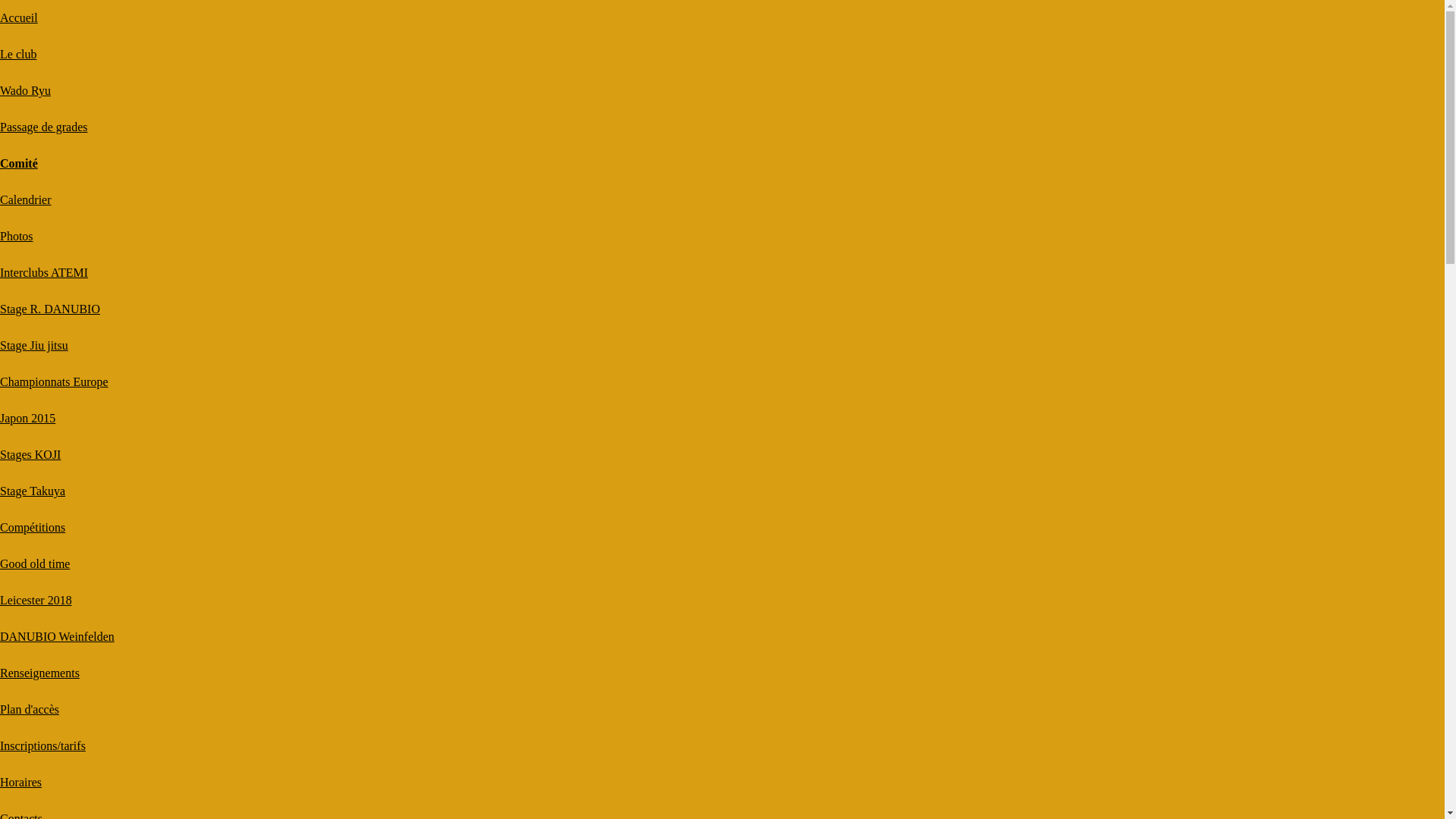  I want to click on 'Stage Jiu jitsu', so click(0, 345).